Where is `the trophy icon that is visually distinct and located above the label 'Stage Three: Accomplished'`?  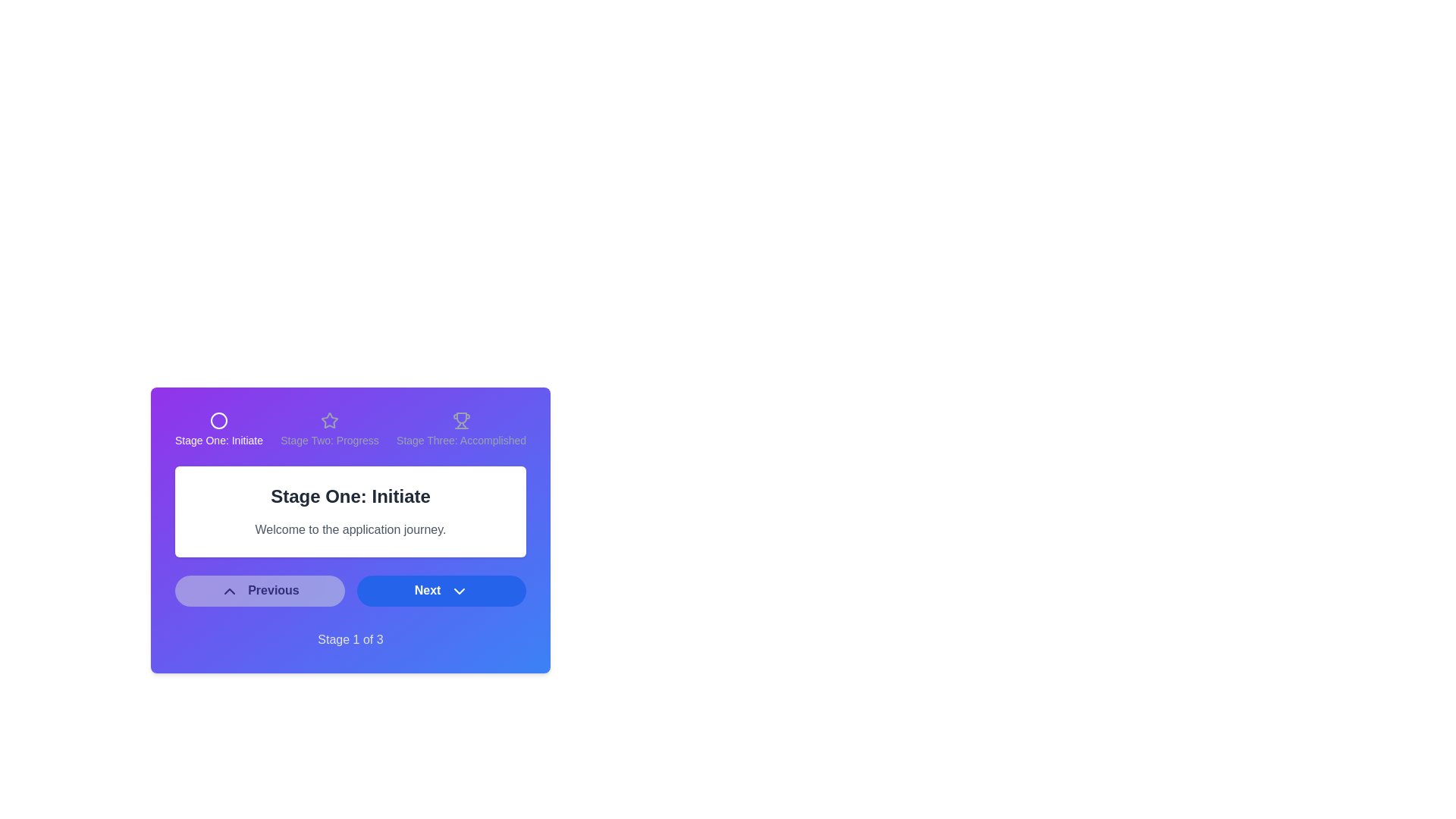
the trophy icon that is visually distinct and located above the label 'Stage Three: Accomplished' is located at coordinates (460, 421).